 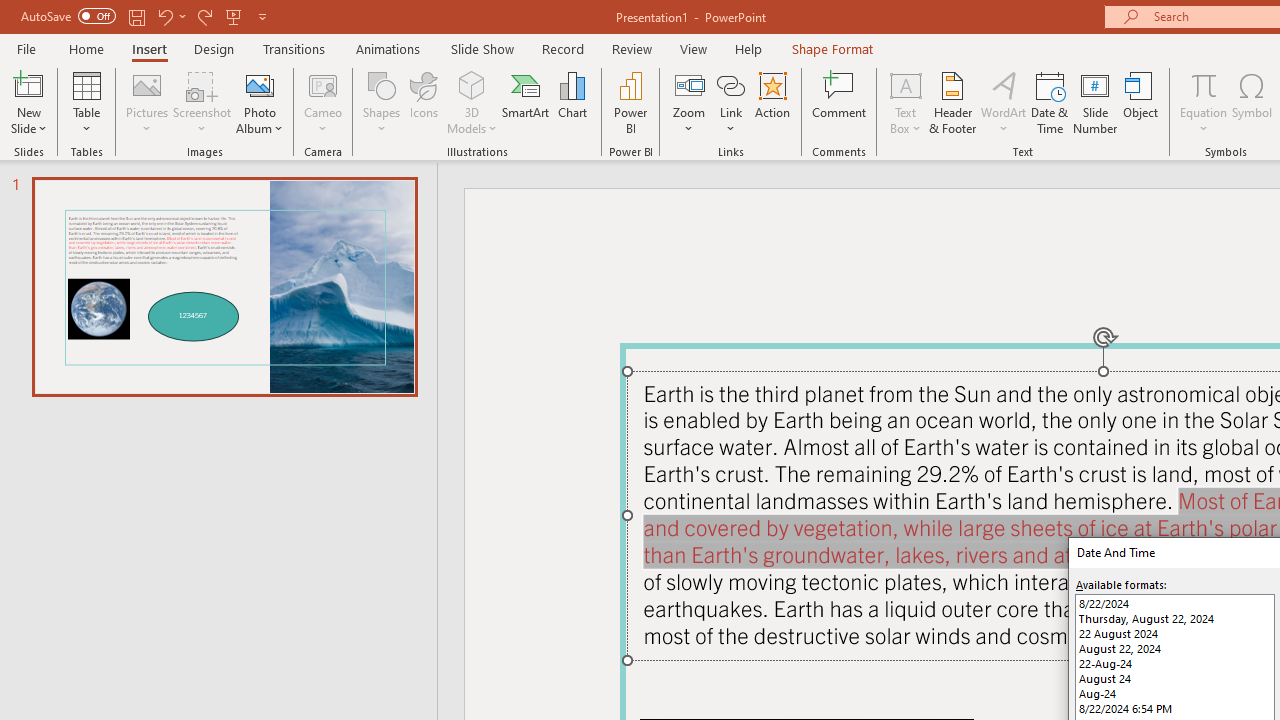 What do you see at coordinates (382, 103) in the screenshot?
I see `'Shapes'` at bounding box center [382, 103].